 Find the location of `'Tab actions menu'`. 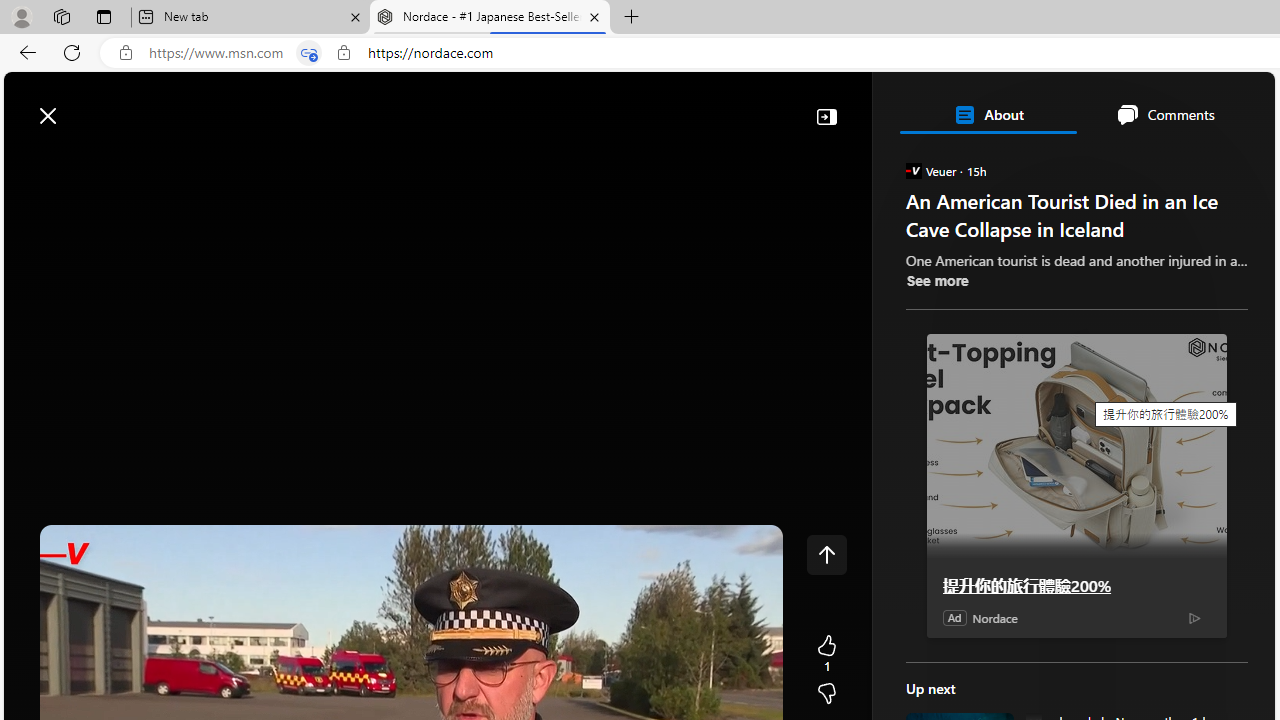

'Tab actions menu' is located at coordinates (103, 16).